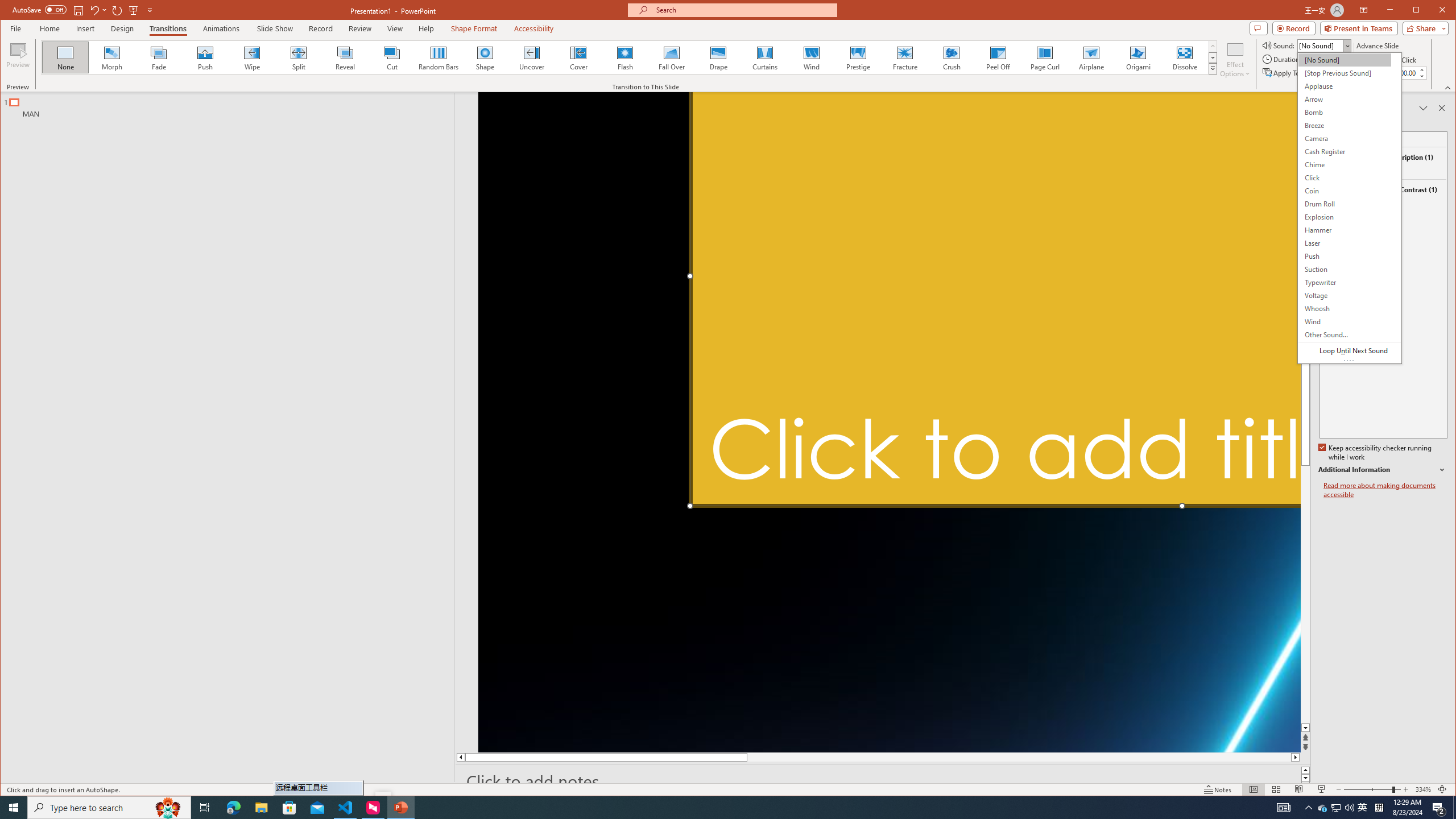 Image resolution: width=1456 pixels, height=819 pixels. What do you see at coordinates (1212, 68) in the screenshot?
I see `'Transition Effects'` at bounding box center [1212, 68].